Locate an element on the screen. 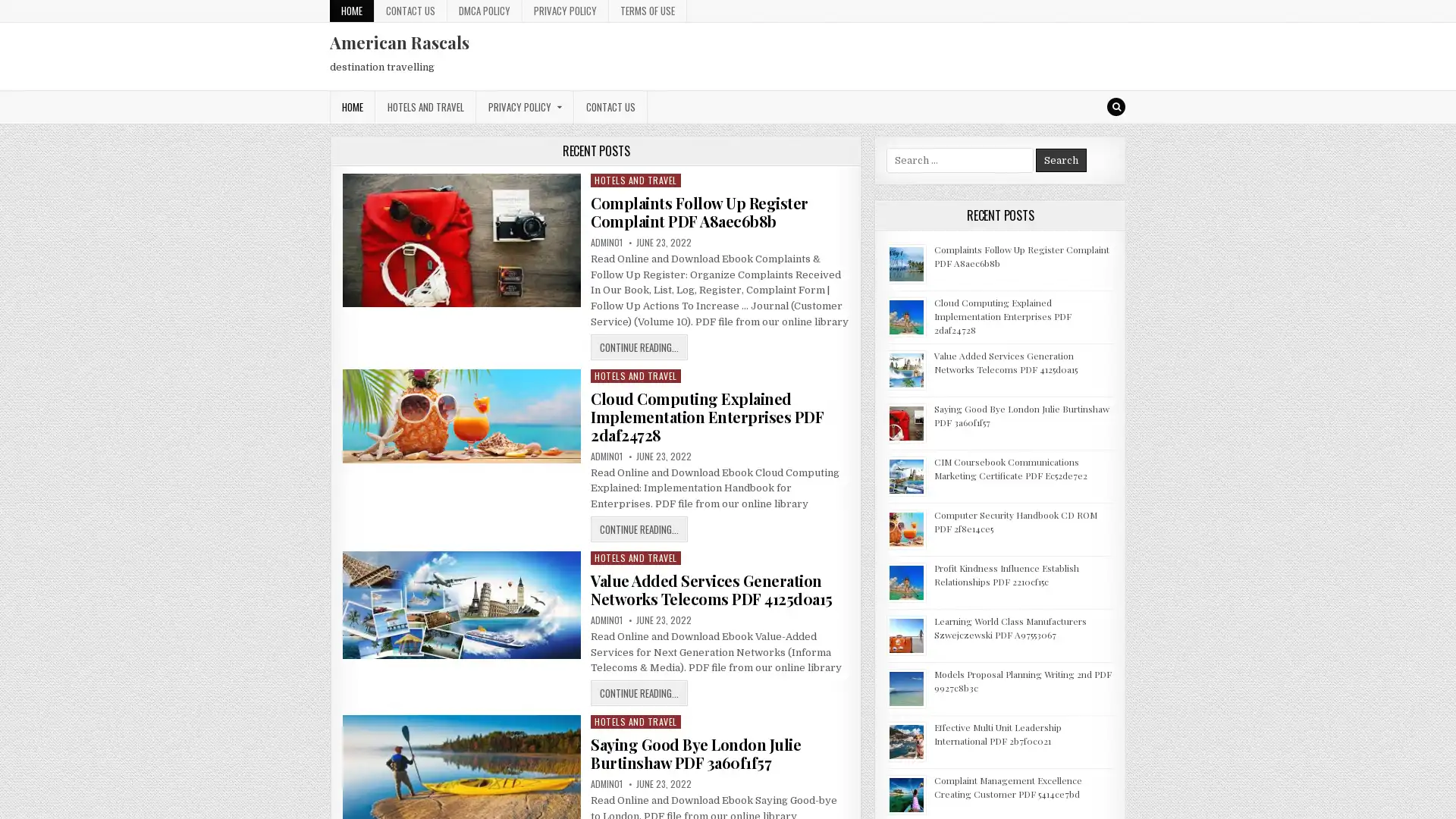 This screenshot has height=819, width=1456. Search is located at coordinates (1060, 160).